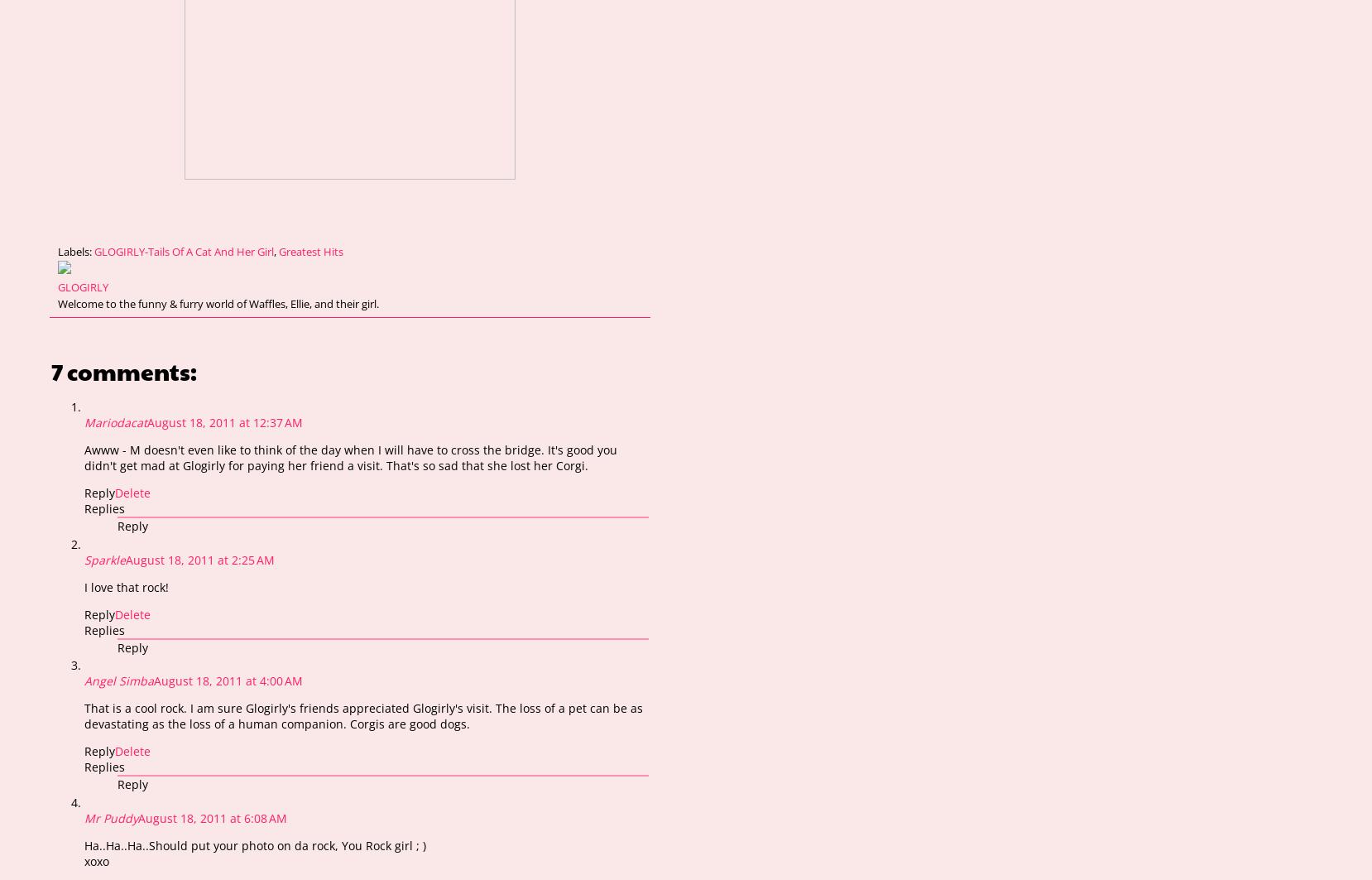  What do you see at coordinates (127, 585) in the screenshot?
I see `'I love that rock!'` at bounding box center [127, 585].